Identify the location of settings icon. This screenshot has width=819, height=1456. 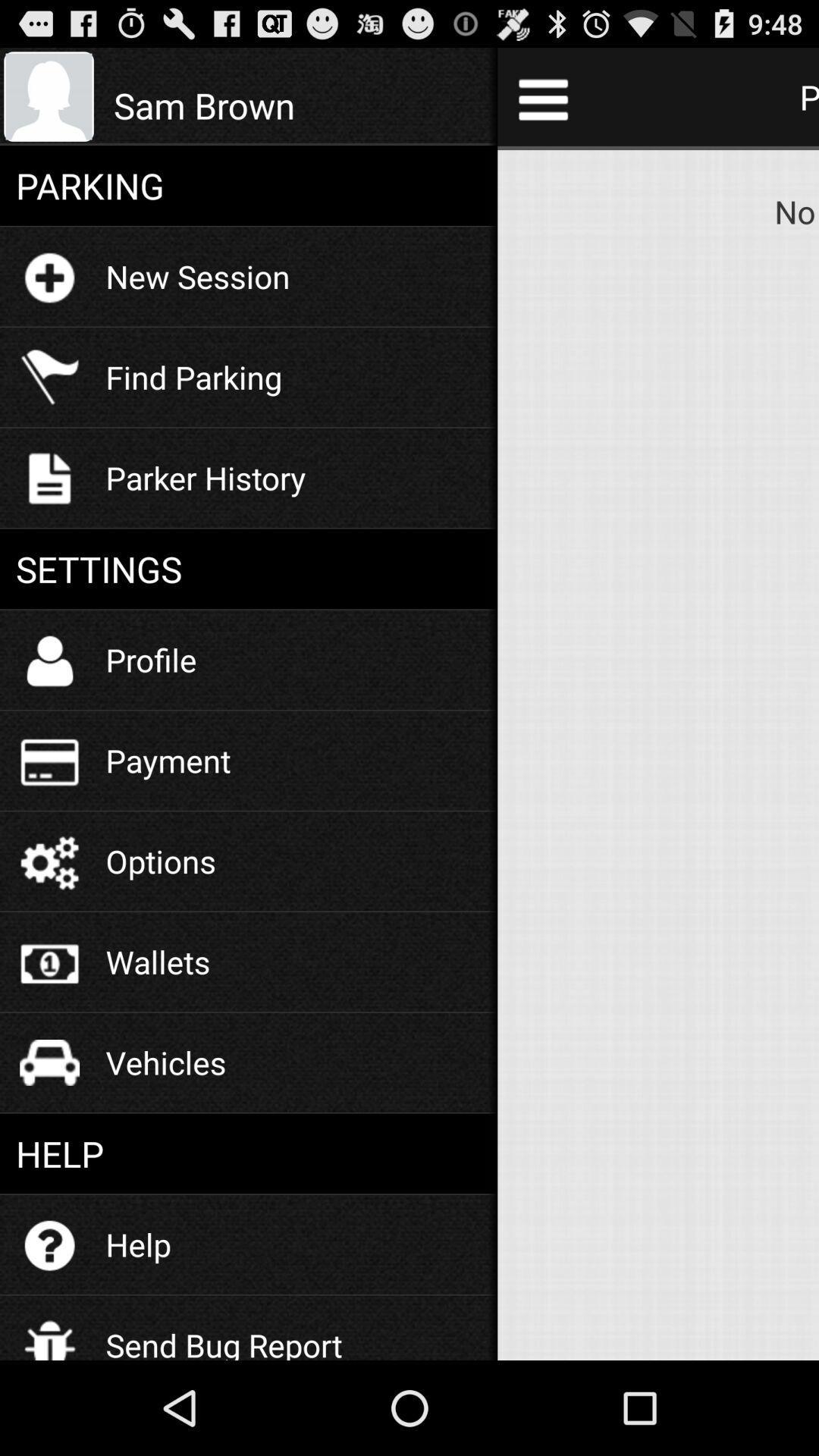
(248, 568).